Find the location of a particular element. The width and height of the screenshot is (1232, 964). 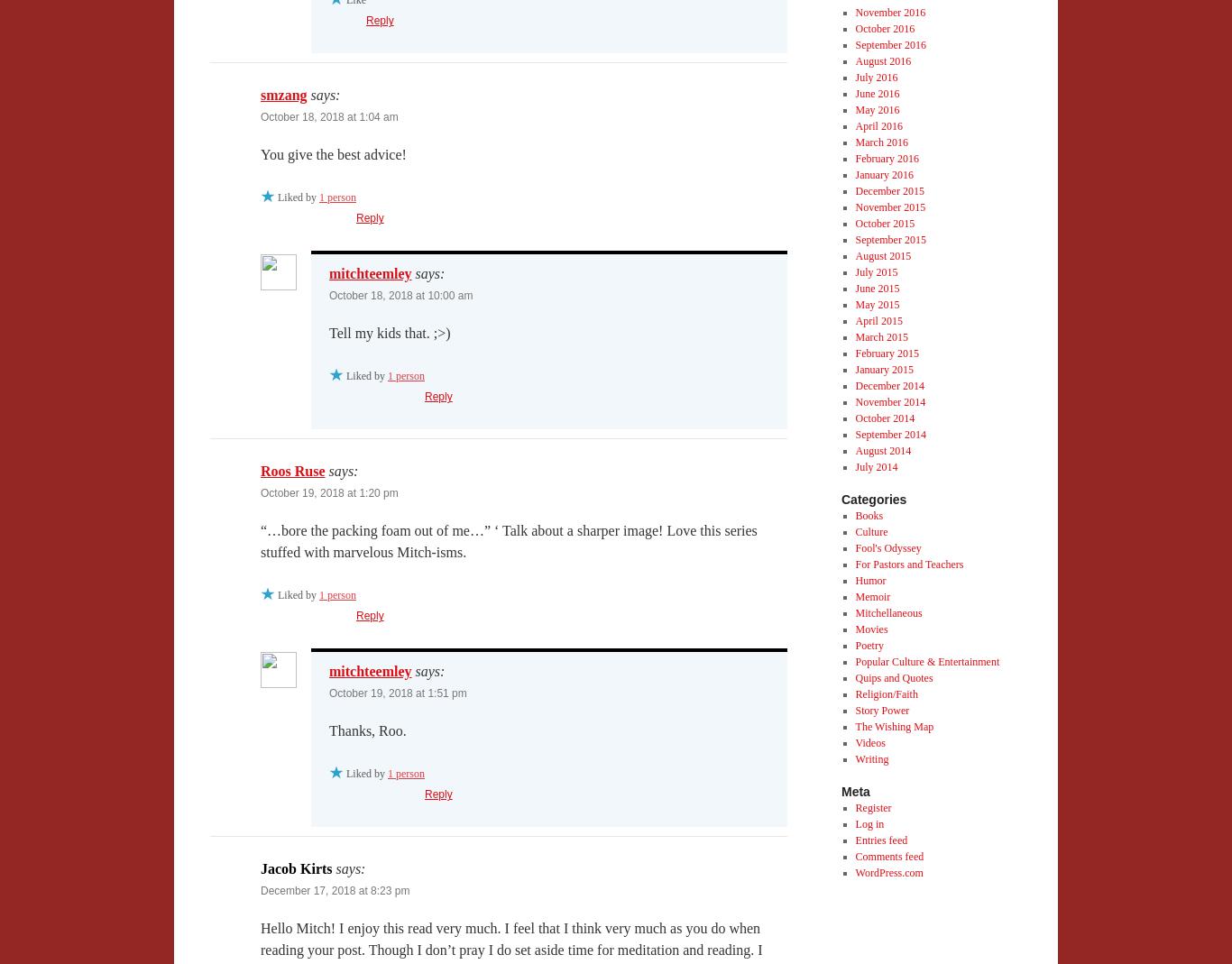

'Writing' is located at coordinates (855, 757).